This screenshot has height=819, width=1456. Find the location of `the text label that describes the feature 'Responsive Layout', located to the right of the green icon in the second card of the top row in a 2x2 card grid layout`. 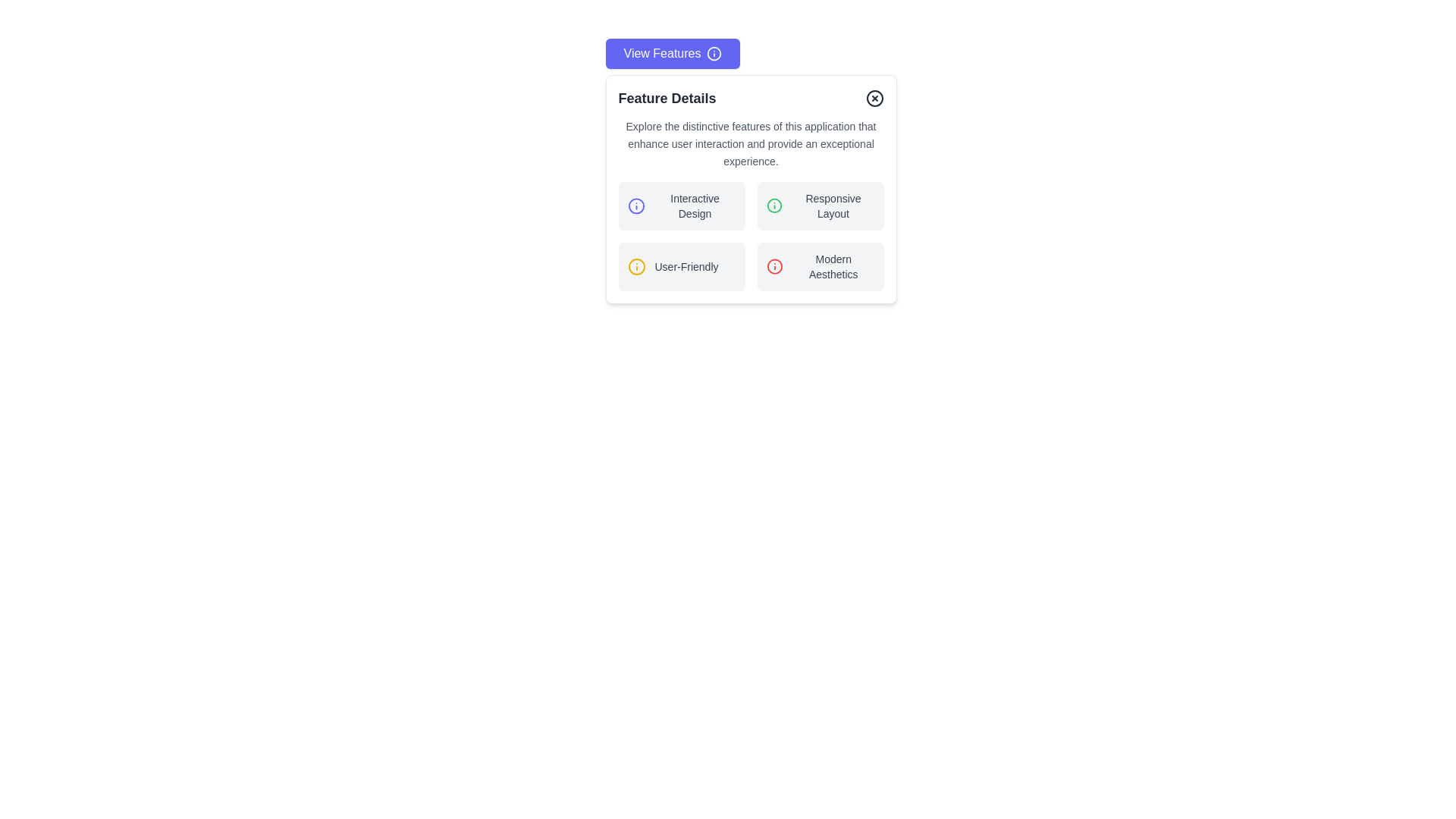

the text label that describes the feature 'Responsive Layout', located to the right of the green icon in the second card of the top row in a 2x2 card grid layout is located at coordinates (833, 206).